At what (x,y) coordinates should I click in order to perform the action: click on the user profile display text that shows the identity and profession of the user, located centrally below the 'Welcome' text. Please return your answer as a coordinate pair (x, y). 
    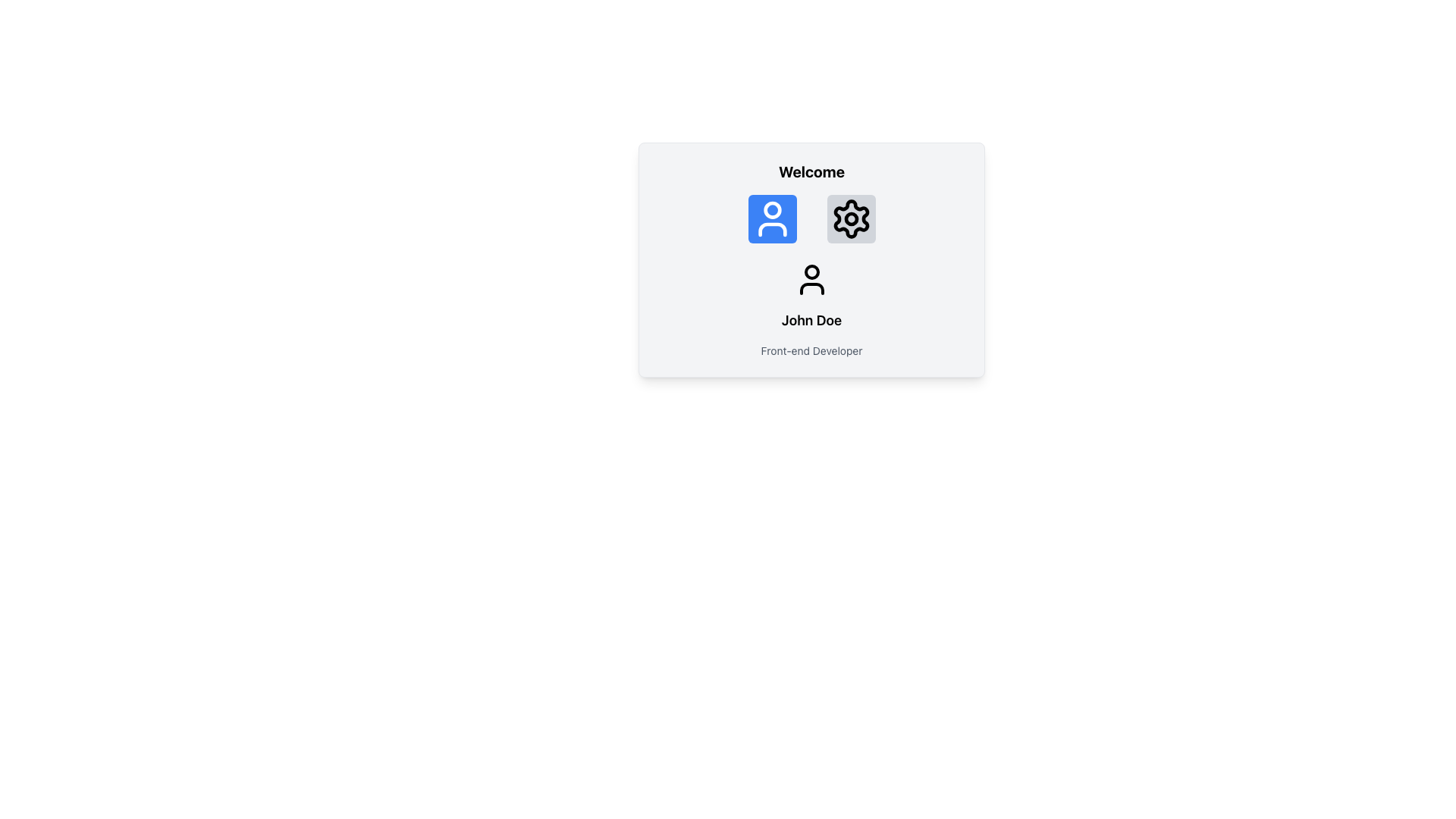
    Looking at the image, I should click on (811, 309).